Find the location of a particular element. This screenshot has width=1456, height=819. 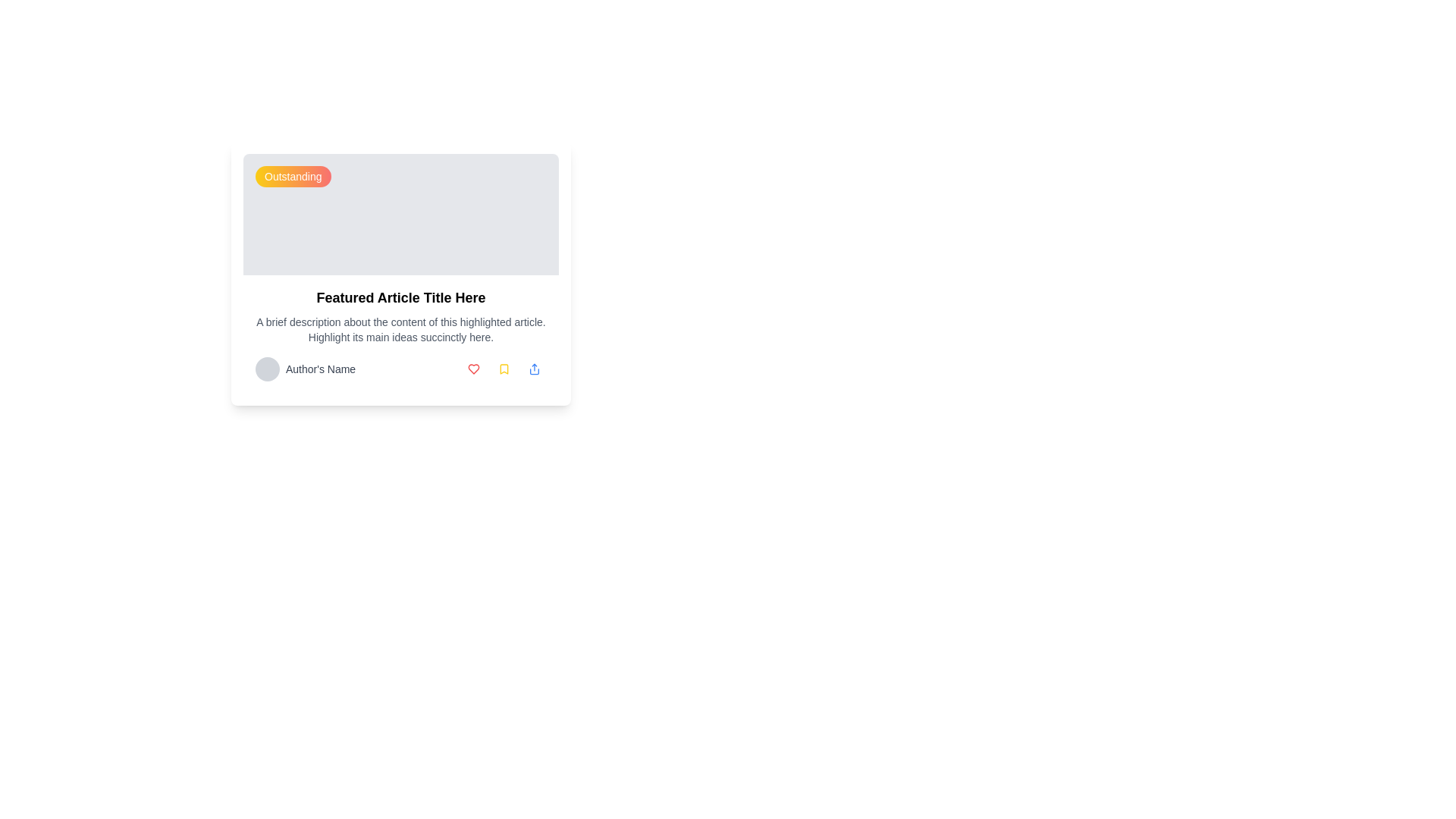

the label that displays the author's name associated with the article, located in the bottom-left section of the card, to the right of the circular avatar icon is located at coordinates (320, 369).